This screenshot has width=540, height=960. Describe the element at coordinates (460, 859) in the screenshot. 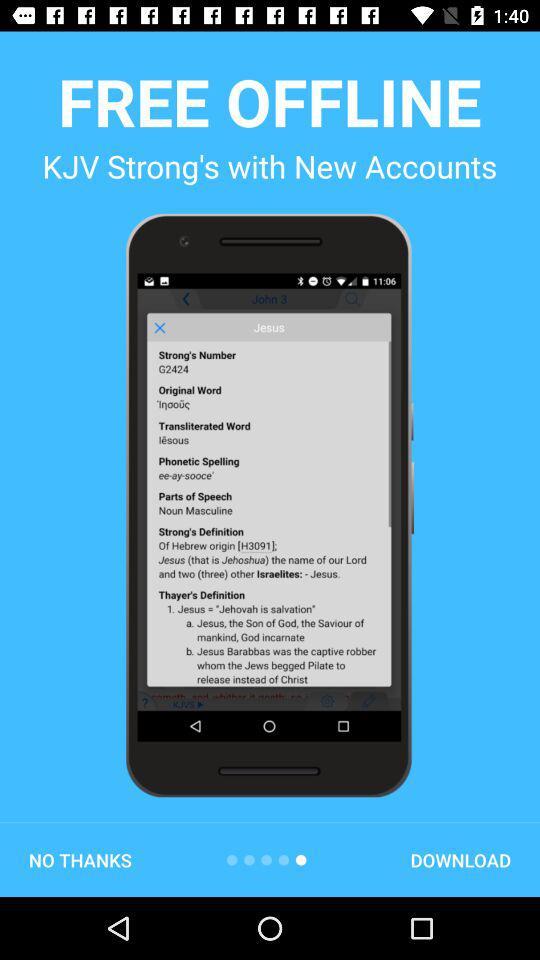

I see `icon at the bottom right corner` at that location.